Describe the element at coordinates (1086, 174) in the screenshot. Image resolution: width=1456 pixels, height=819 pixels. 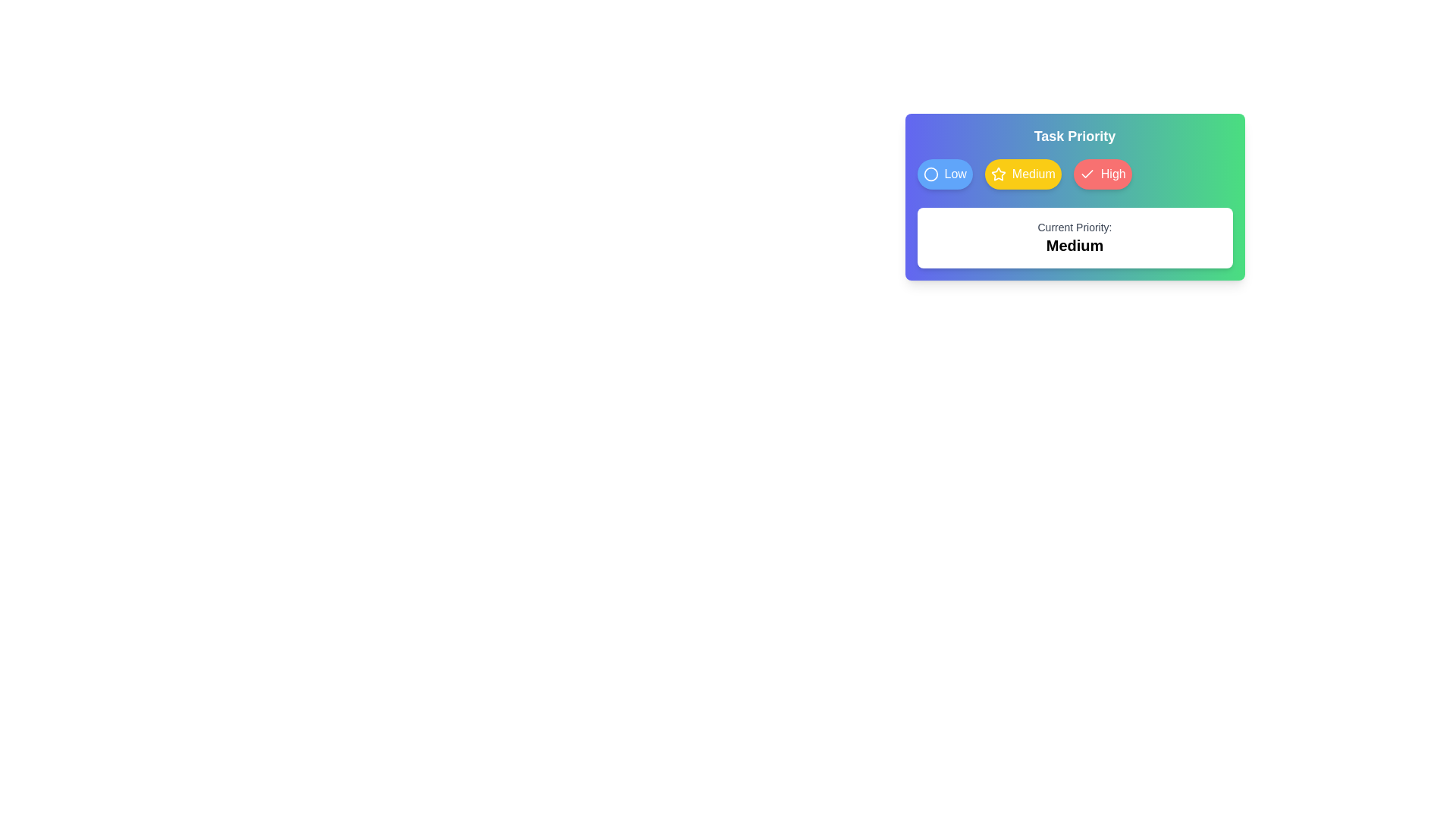
I see `the 'High' priority SVG icon located within the red circular button in the 'Task Priority' section of the interface to confirm its selection` at that location.